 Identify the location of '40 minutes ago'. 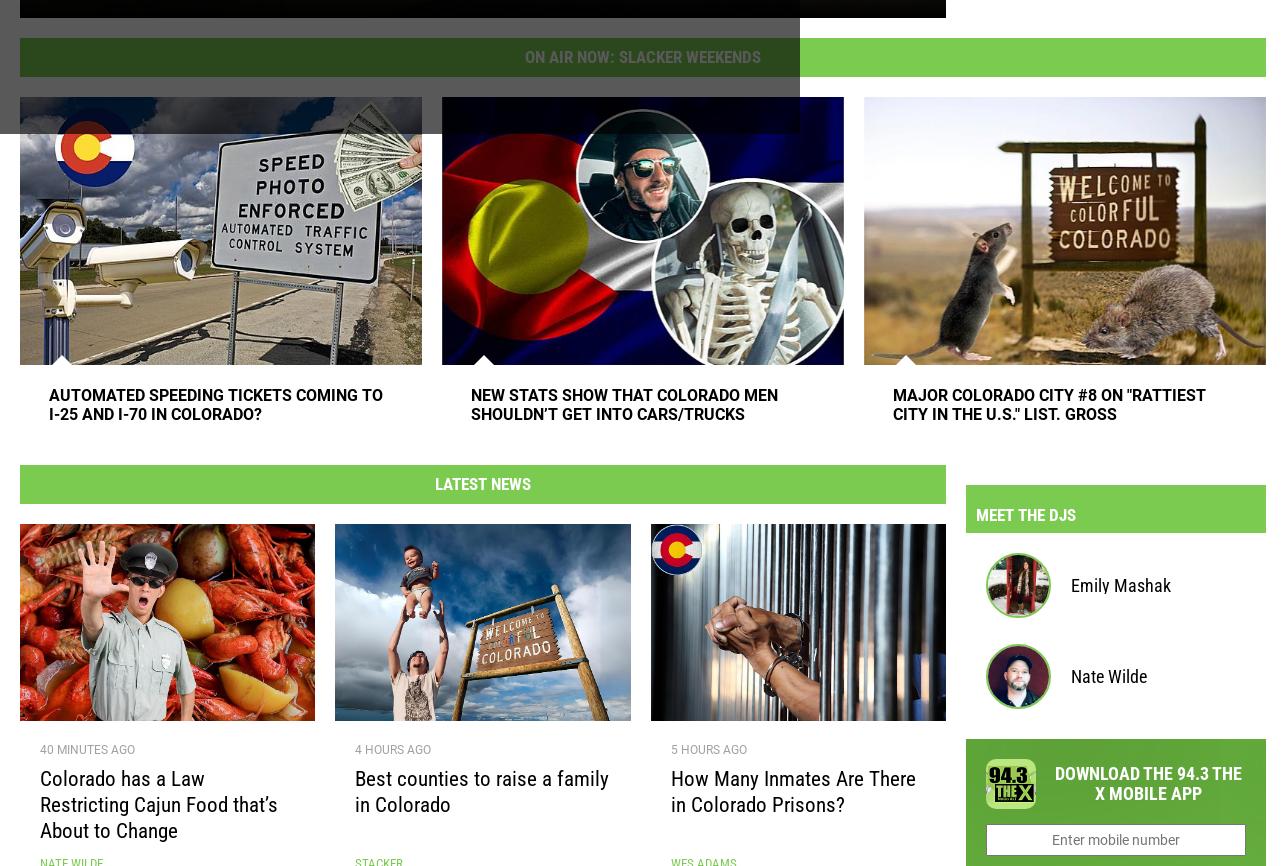
(87, 757).